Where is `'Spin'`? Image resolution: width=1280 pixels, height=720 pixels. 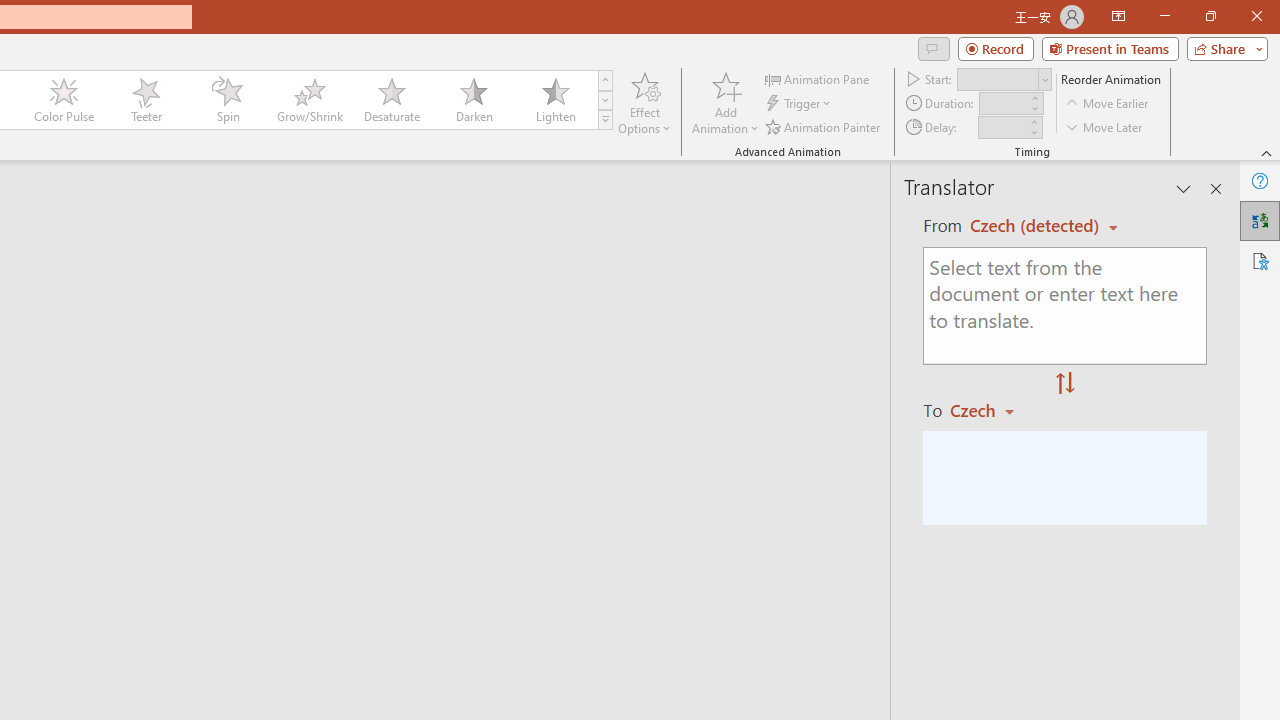 'Spin' is located at coordinates (227, 100).